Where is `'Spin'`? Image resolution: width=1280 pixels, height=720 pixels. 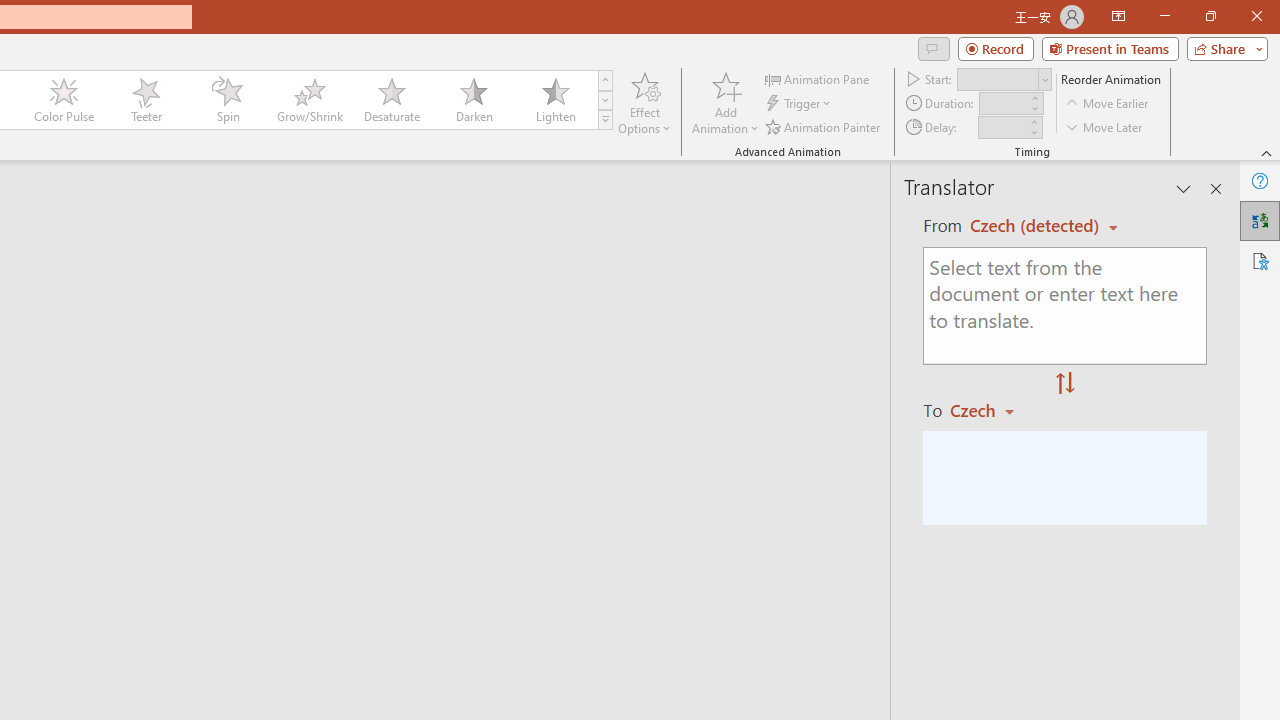 'Spin' is located at coordinates (227, 100).